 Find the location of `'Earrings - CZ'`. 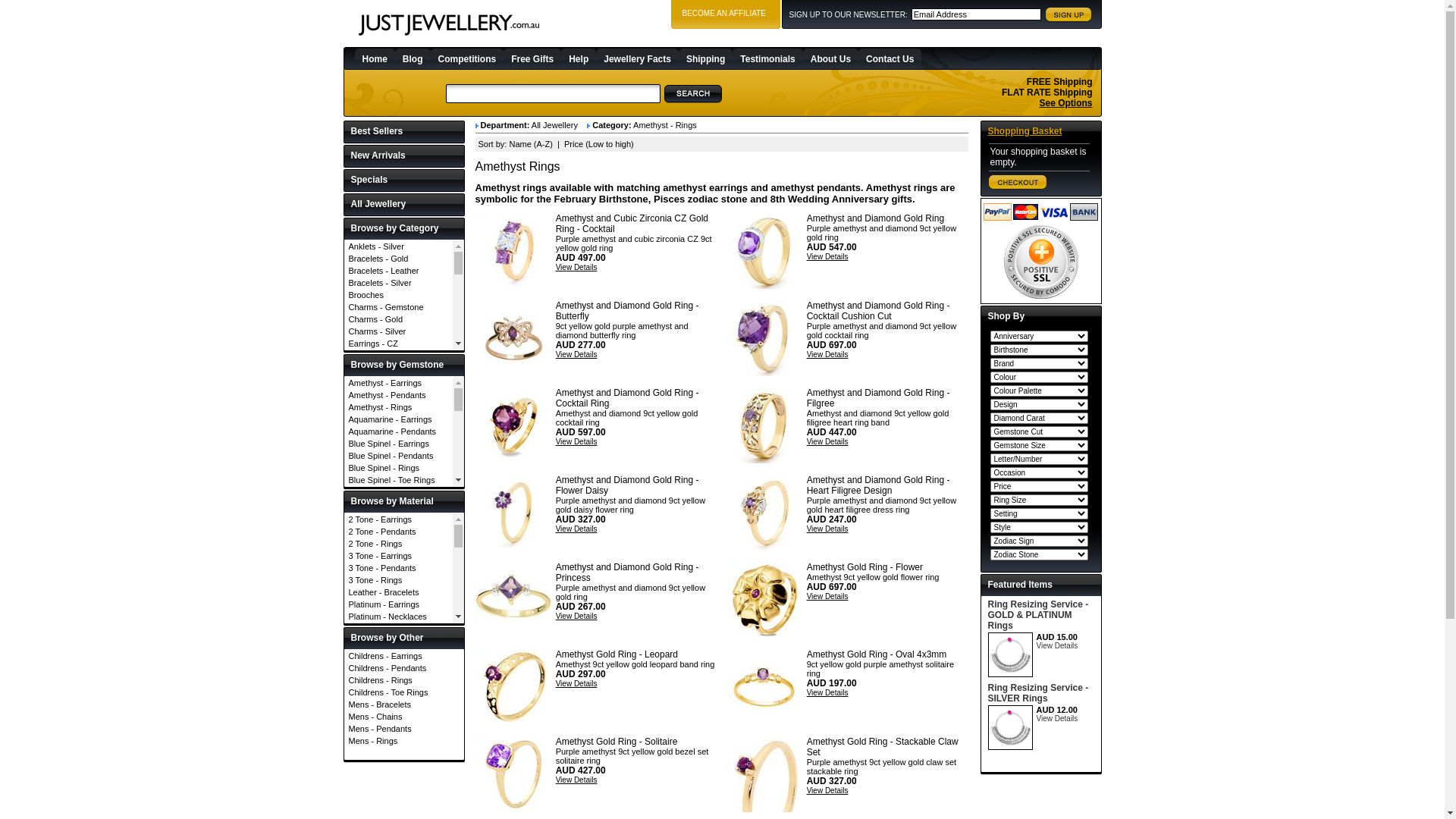

'Earrings - CZ' is located at coordinates (344, 343).